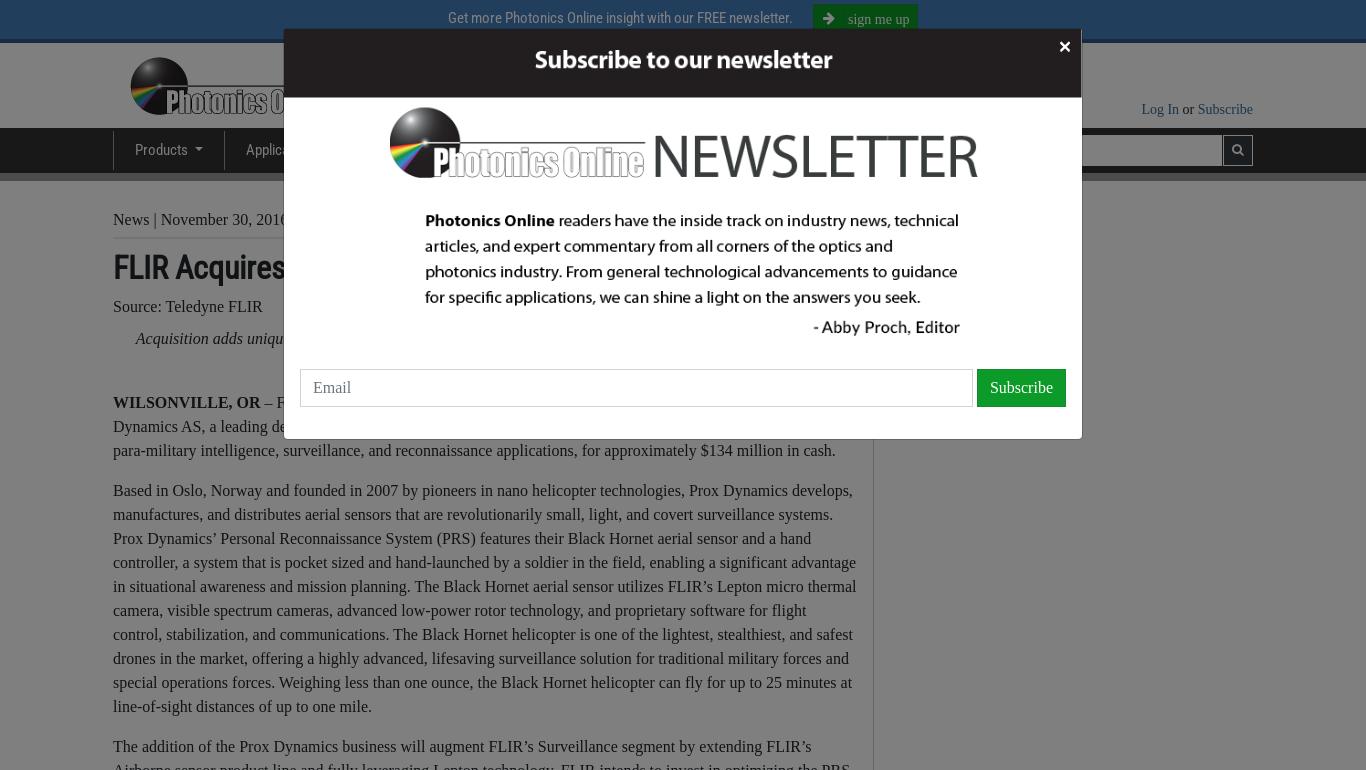  Describe the element at coordinates (186, 305) in the screenshot. I see `'Source: Teledyne FLIR'` at that location.